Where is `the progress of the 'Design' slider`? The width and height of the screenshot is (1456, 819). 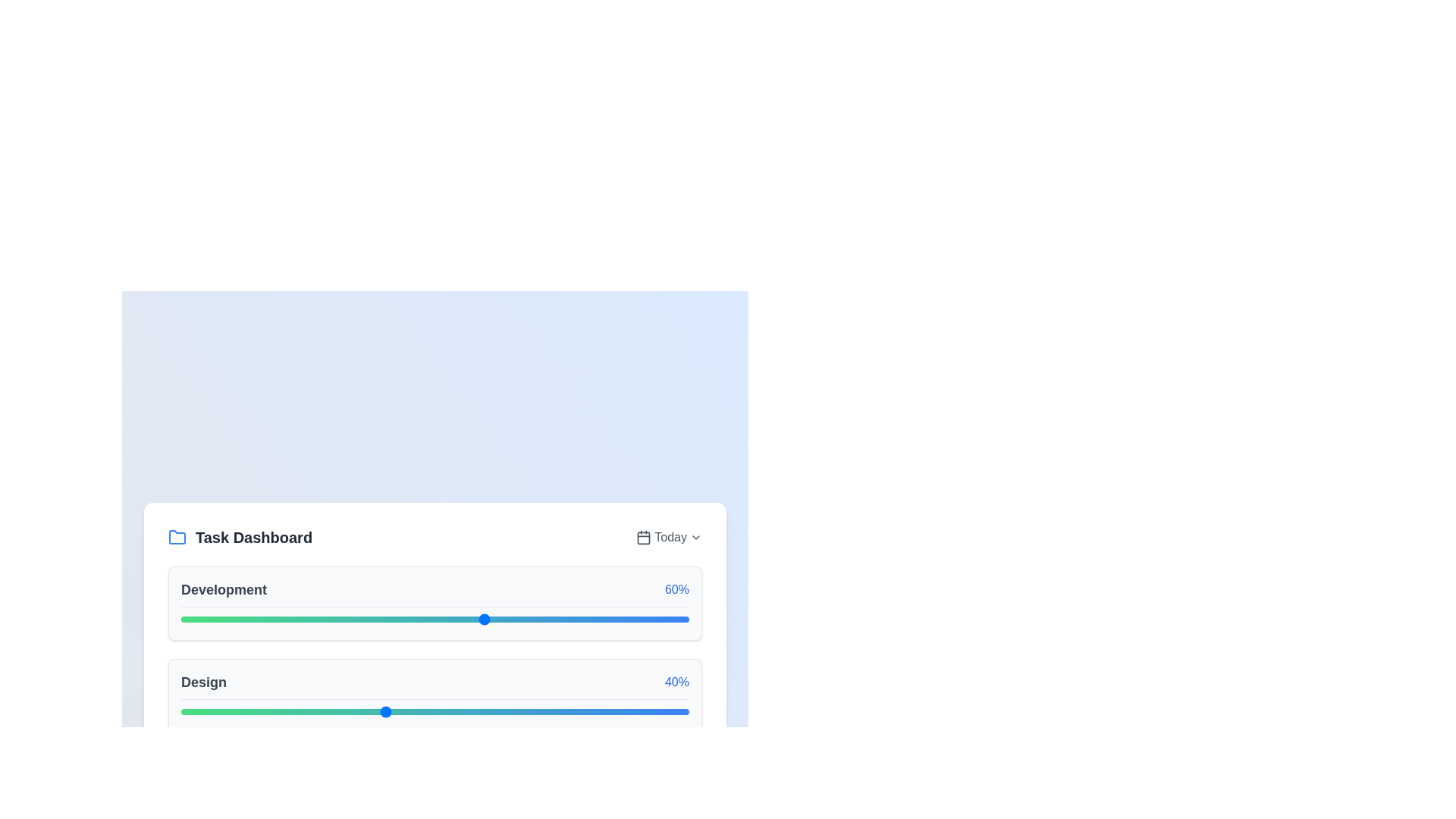 the progress of the 'Design' slider is located at coordinates (262, 711).